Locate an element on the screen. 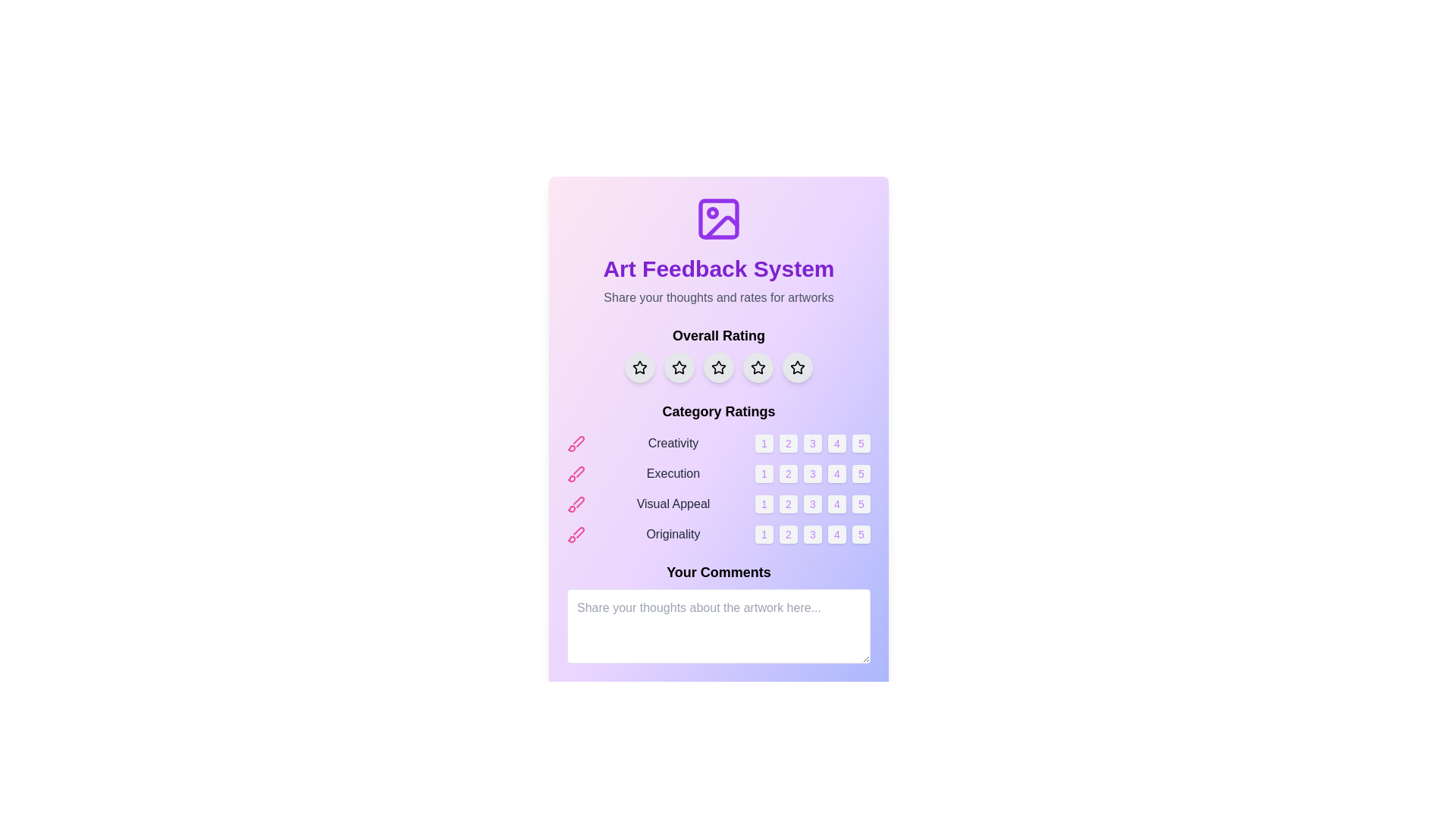 This screenshot has width=1456, height=819. the third button in the horizontal sequence for the 'Execution' category is located at coordinates (811, 472).